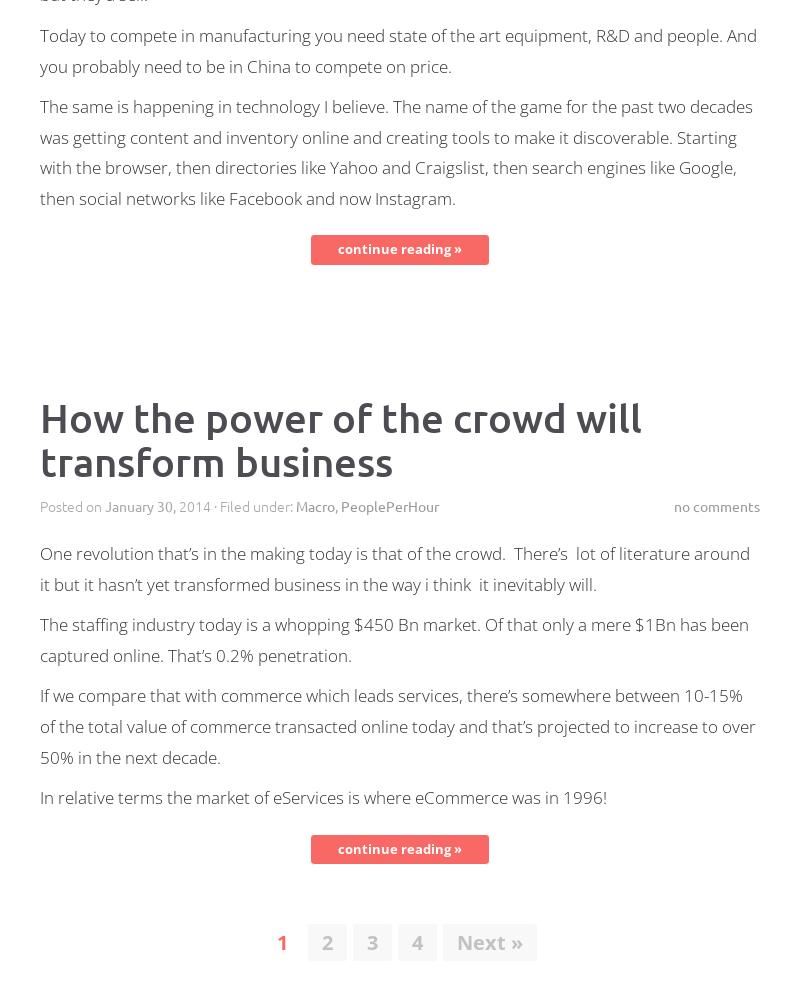 The image size is (800, 998). What do you see at coordinates (371, 942) in the screenshot?
I see `'3'` at bounding box center [371, 942].